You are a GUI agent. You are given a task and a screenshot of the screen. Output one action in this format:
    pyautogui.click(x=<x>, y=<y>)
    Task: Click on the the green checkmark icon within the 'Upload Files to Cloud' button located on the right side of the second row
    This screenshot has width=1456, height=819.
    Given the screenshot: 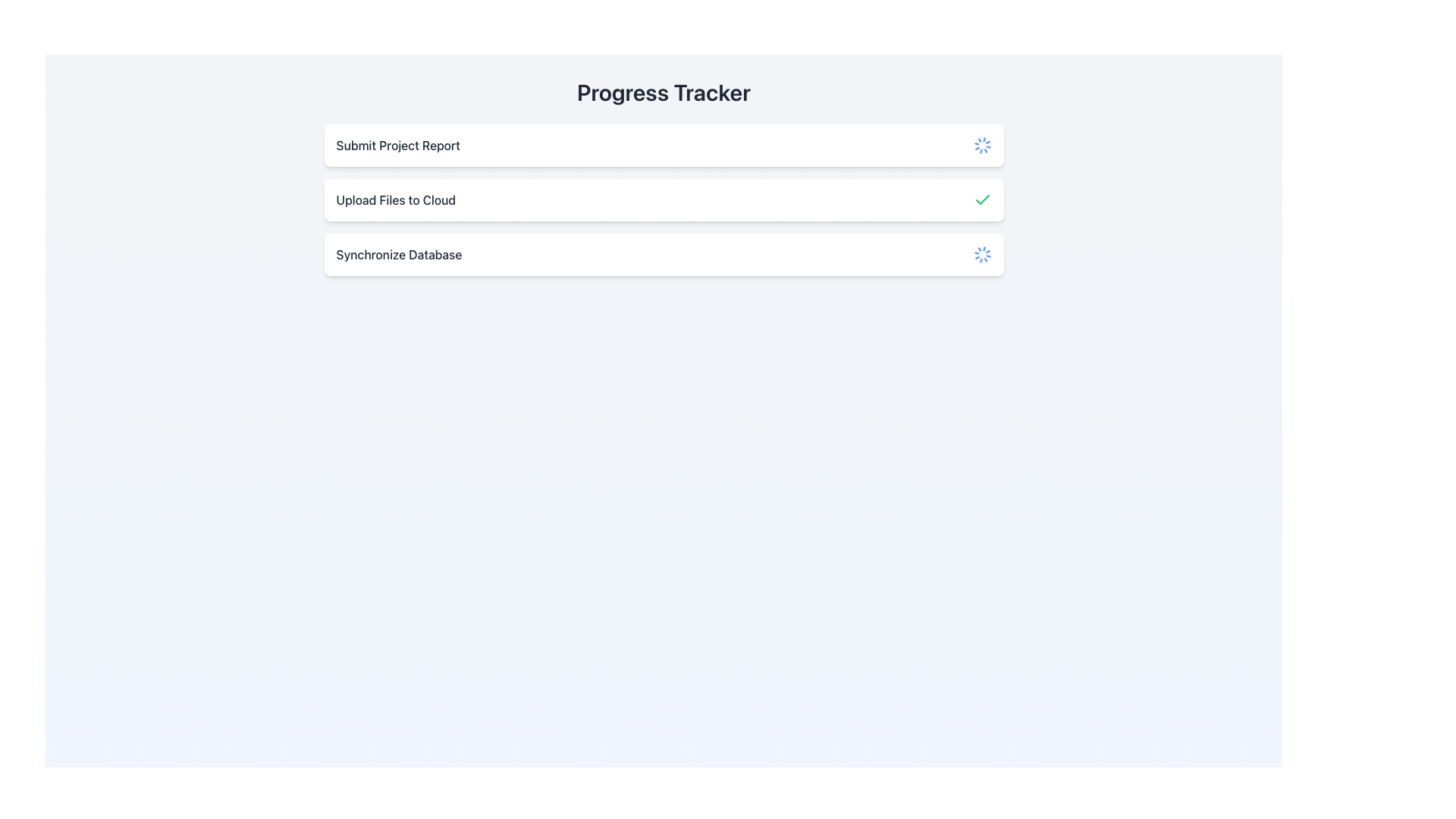 What is the action you would take?
    pyautogui.click(x=982, y=199)
    